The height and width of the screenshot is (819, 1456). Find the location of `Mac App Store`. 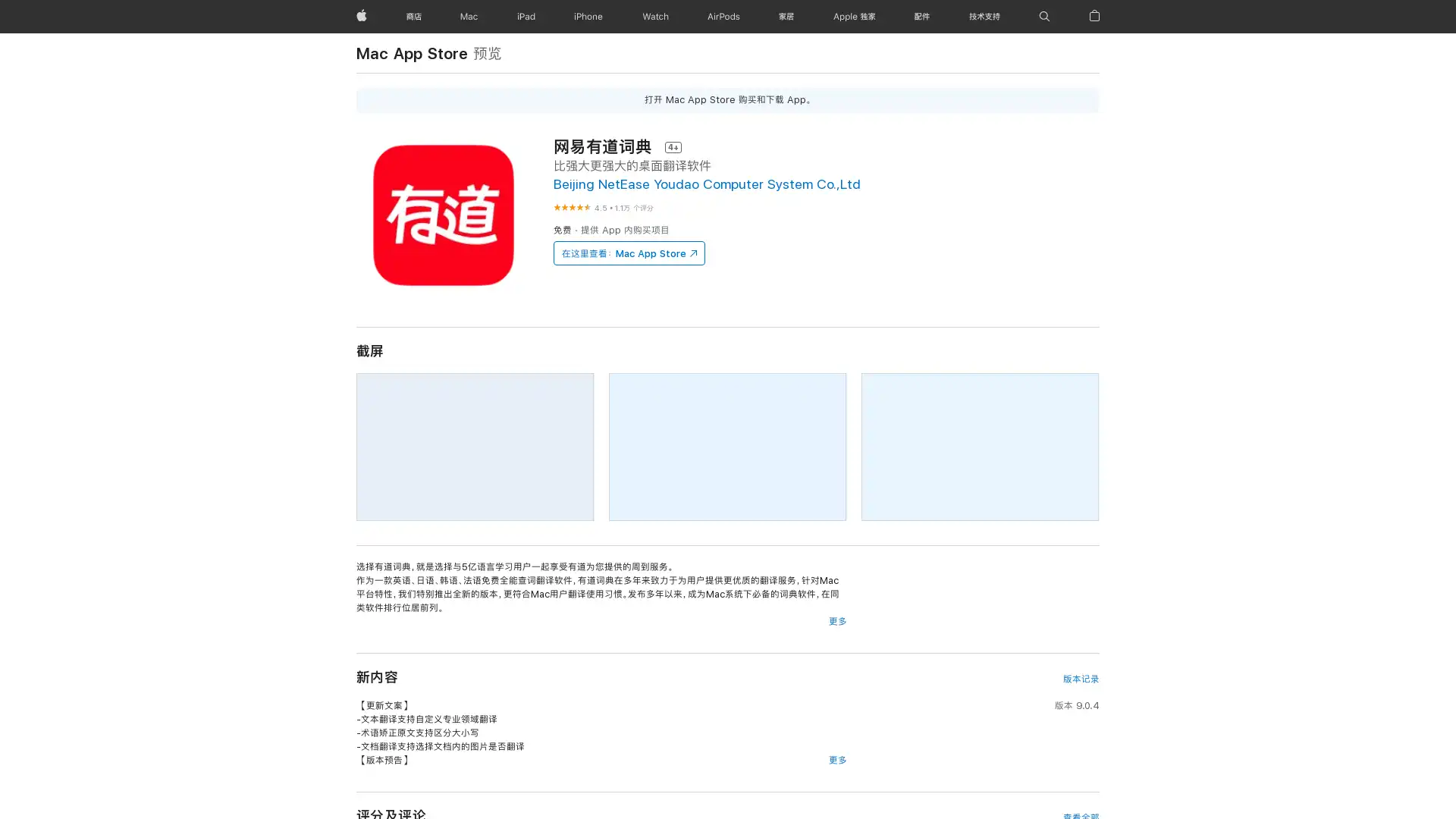

Mac App Store is located at coordinates (629, 253).